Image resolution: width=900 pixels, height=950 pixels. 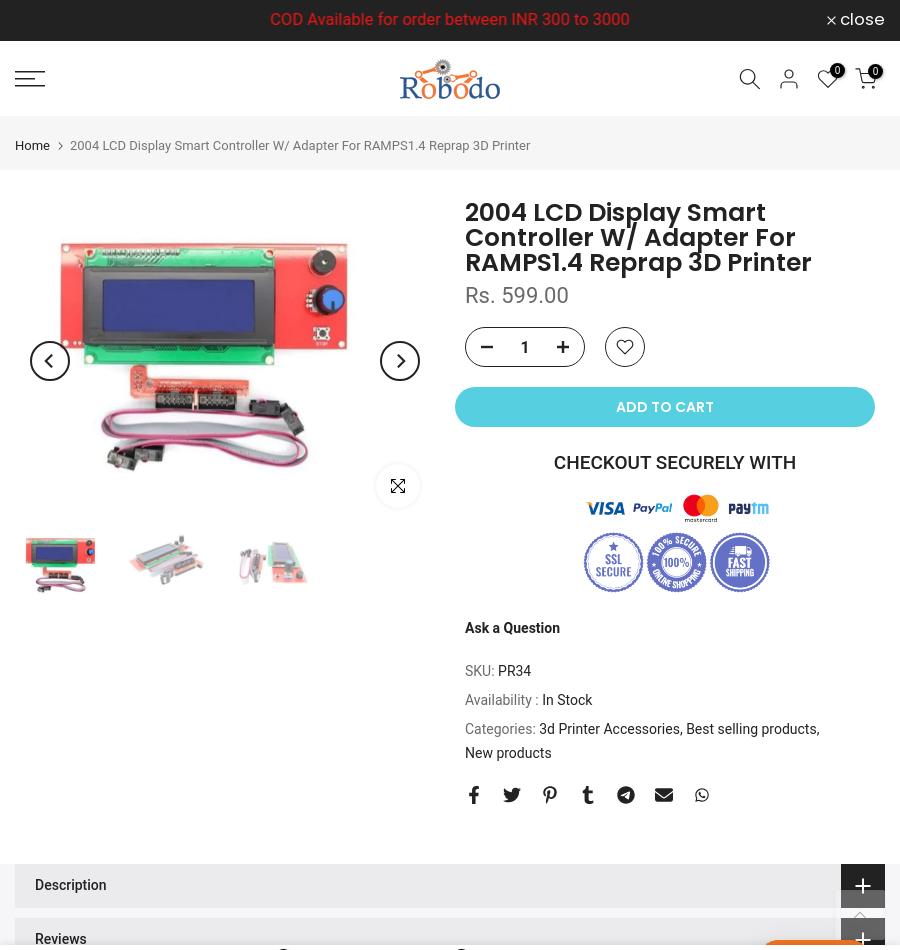 What do you see at coordinates (69, 882) in the screenshot?
I see `'Description'` at bounding box center [69, 882].